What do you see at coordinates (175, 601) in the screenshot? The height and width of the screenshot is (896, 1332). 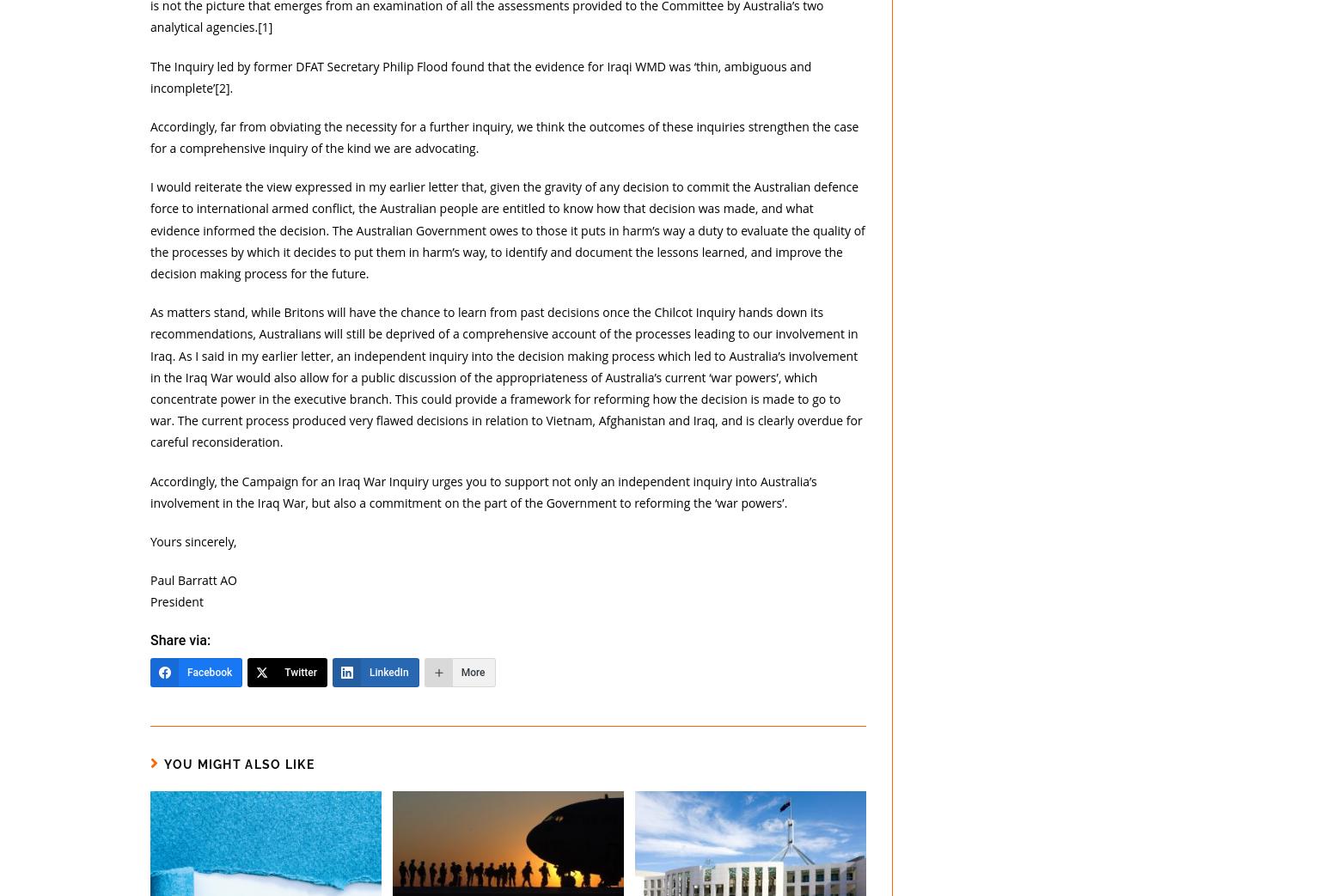 I see `'President'` at bounding box center [175, 601].